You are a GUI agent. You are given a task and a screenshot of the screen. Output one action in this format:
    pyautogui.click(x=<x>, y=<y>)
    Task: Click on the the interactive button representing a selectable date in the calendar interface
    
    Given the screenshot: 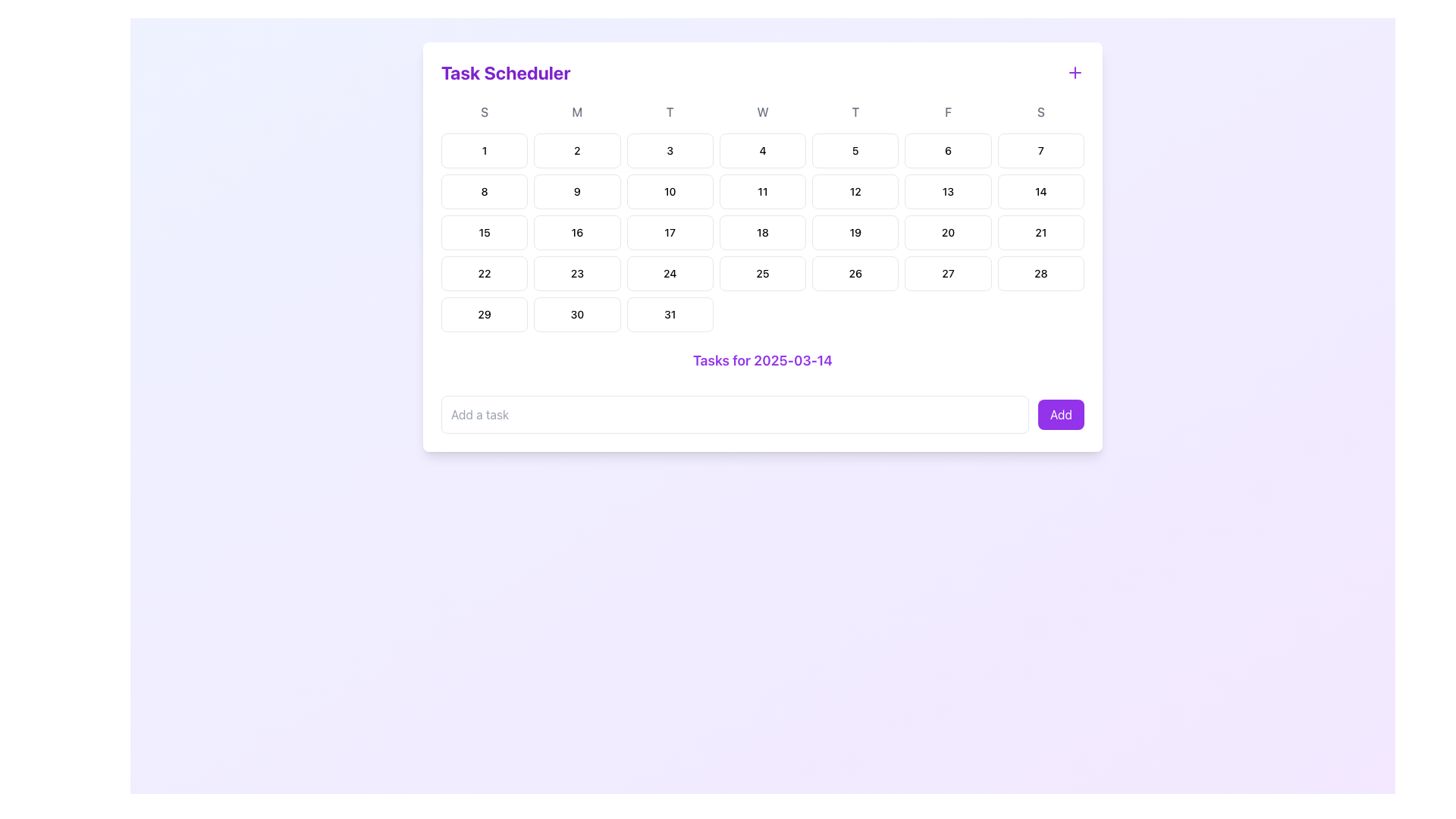 What is the action you would take?
    pyautogui.click(x=576, y=274)
    